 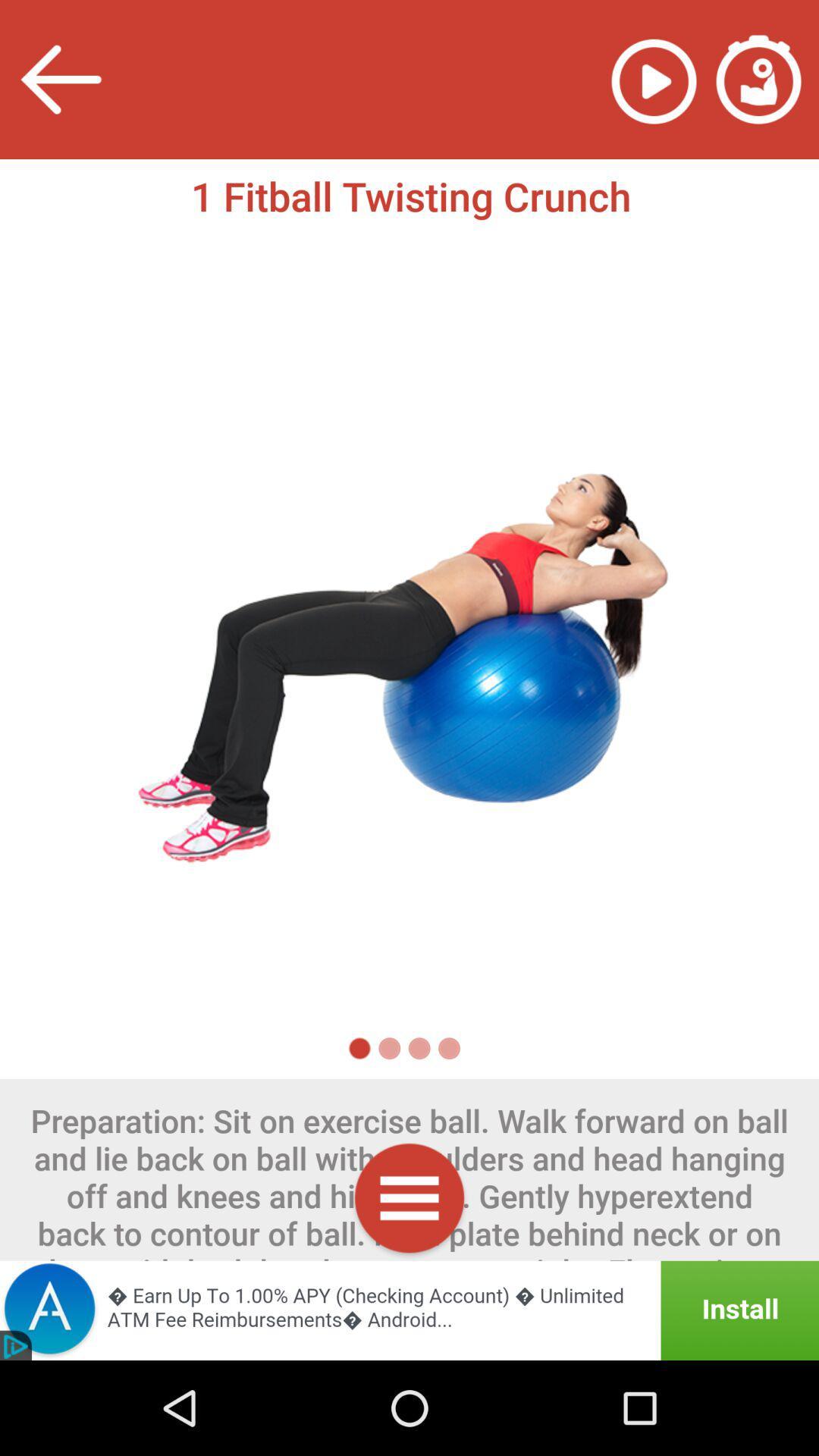 I want to click on menu, so click(x=409, y=1200).